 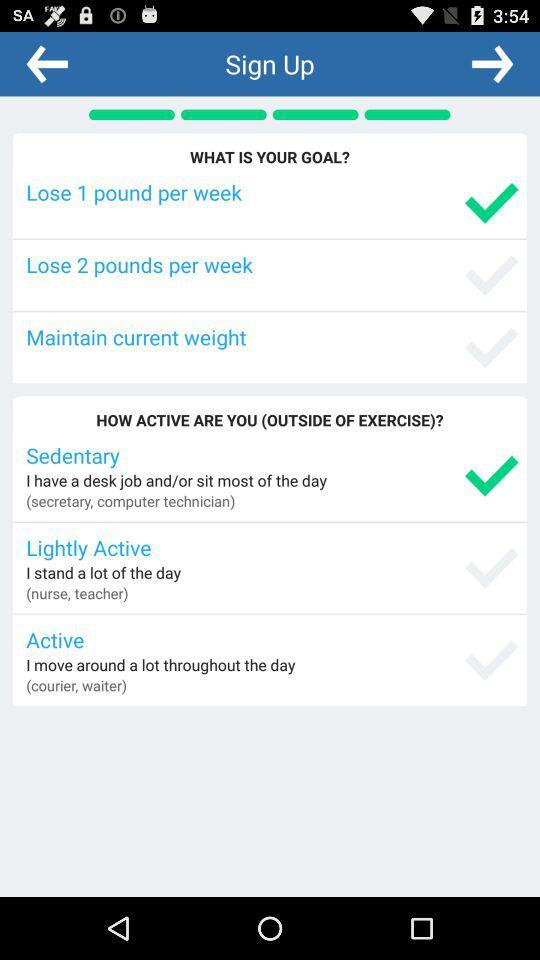 I want to click on next page, so click(x=491, y=63).